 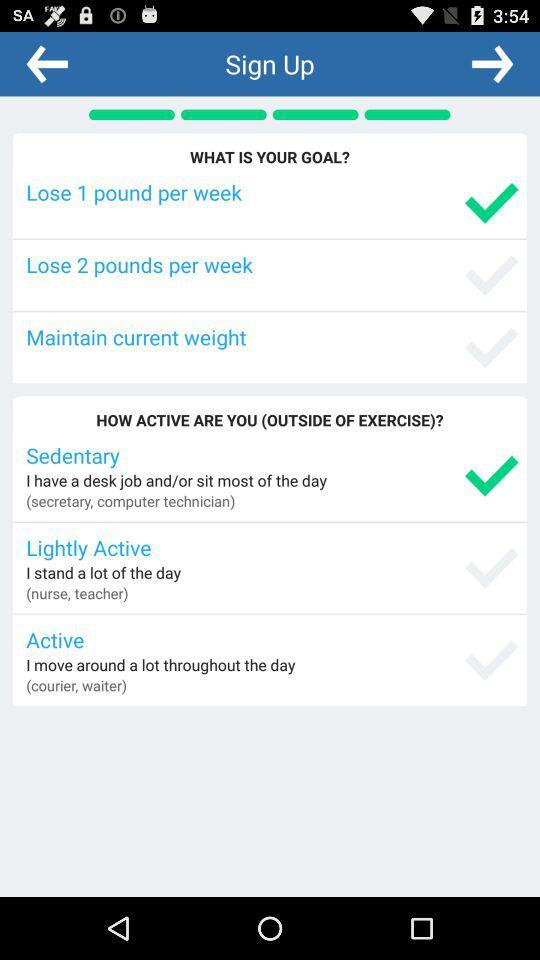 I want to click on next page, so click(x=491, y=63).